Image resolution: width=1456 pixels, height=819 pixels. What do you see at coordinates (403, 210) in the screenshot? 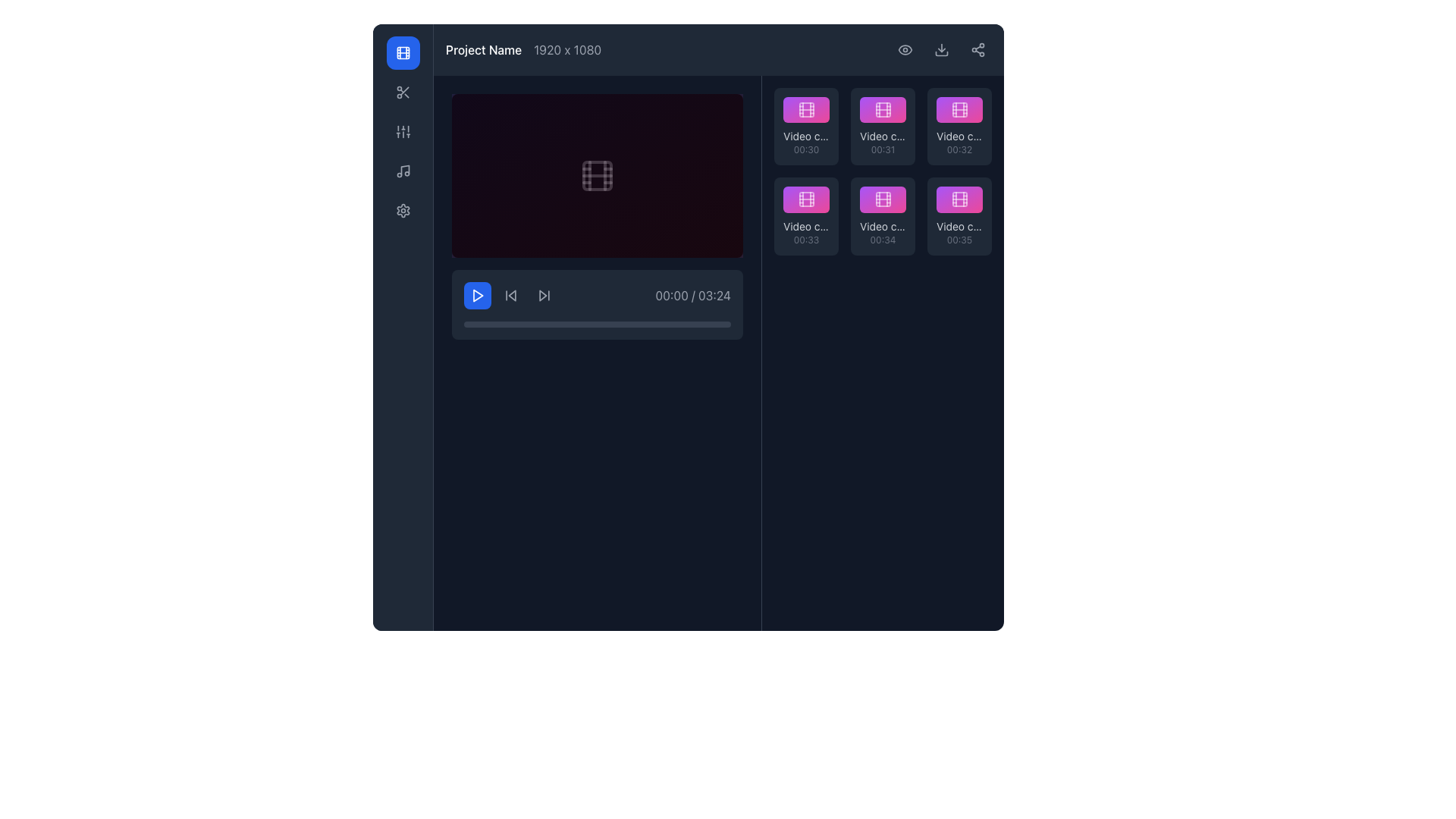
I see `the gear-shaped settings icon located in the top right corner of the interface, which is the fifth icon in a vertical toolbar` at bounding box center [403, 210].